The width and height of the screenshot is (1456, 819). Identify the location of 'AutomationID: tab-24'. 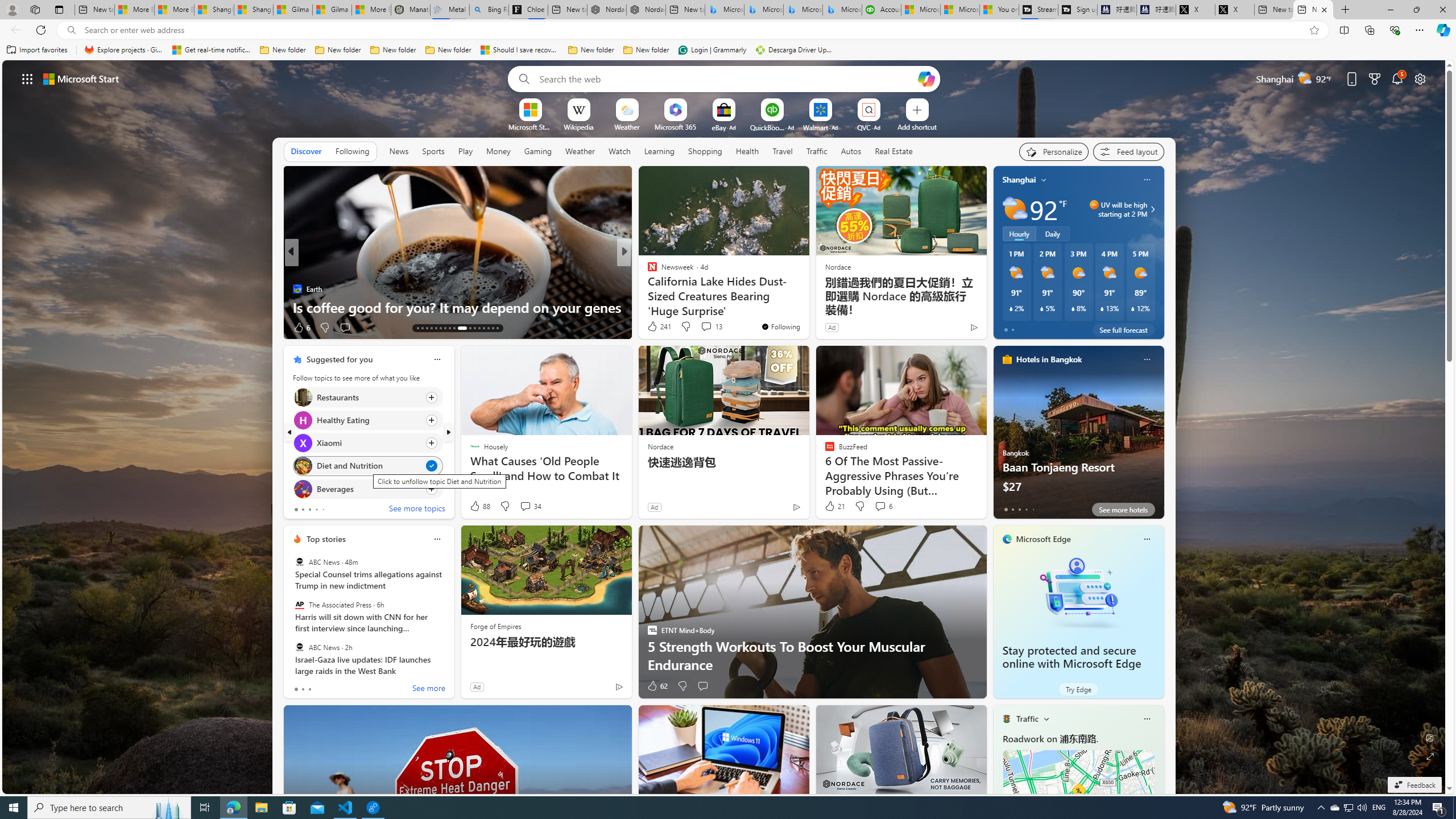
(474, 328).